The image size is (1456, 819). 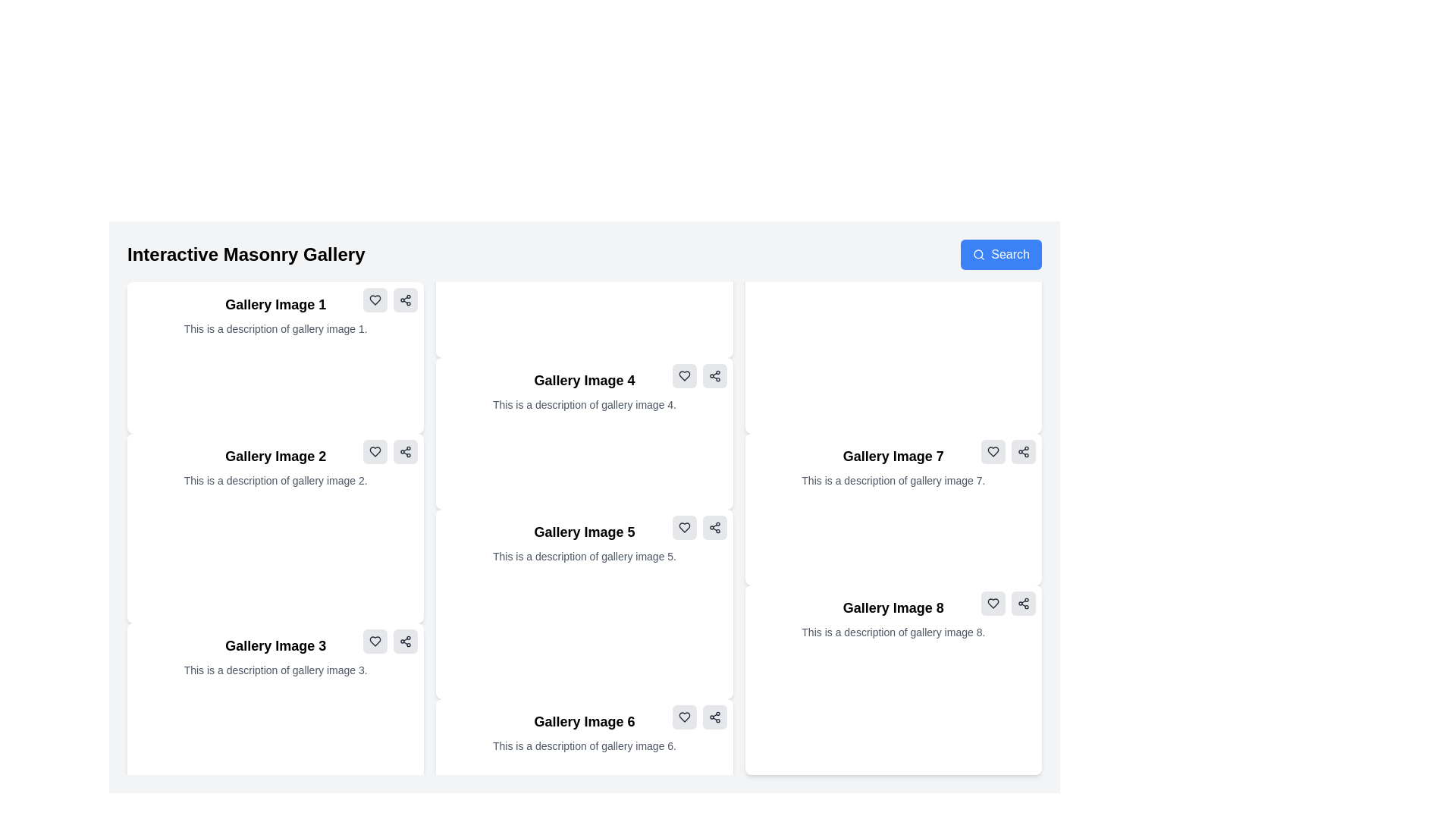 What do you see at coordinates (683, 526) in the screenshot?
I see `the 'like' icon button located in the top-right corner of the card for 'Gallery Image 5'` at bounding box center [683, 526].